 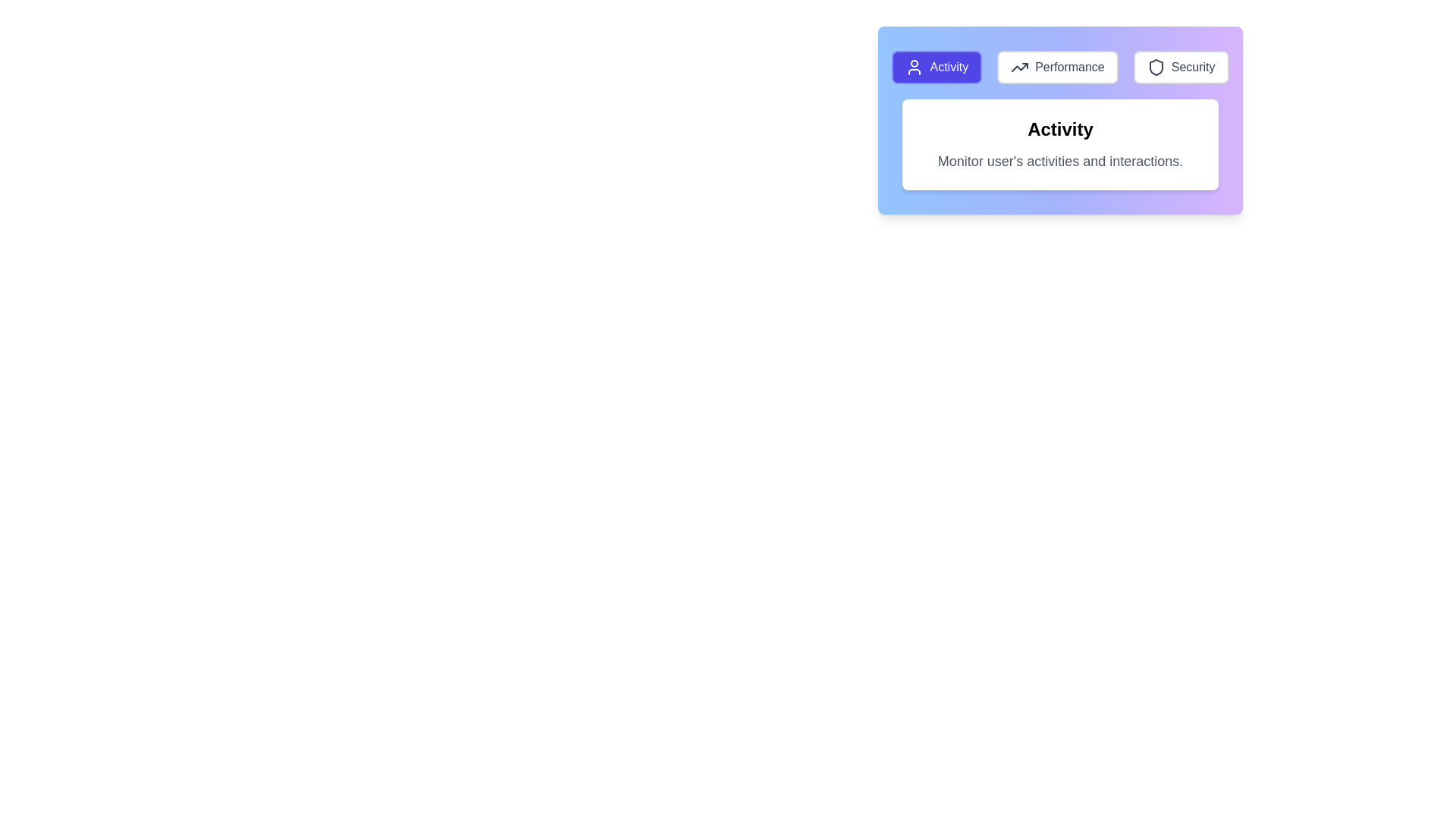 What do you see at coordinates (936, 66) in the screenshot?
I see `the 'Activity' button located at the top-left corner of its group of buttons` at bounding box center [936, 66].